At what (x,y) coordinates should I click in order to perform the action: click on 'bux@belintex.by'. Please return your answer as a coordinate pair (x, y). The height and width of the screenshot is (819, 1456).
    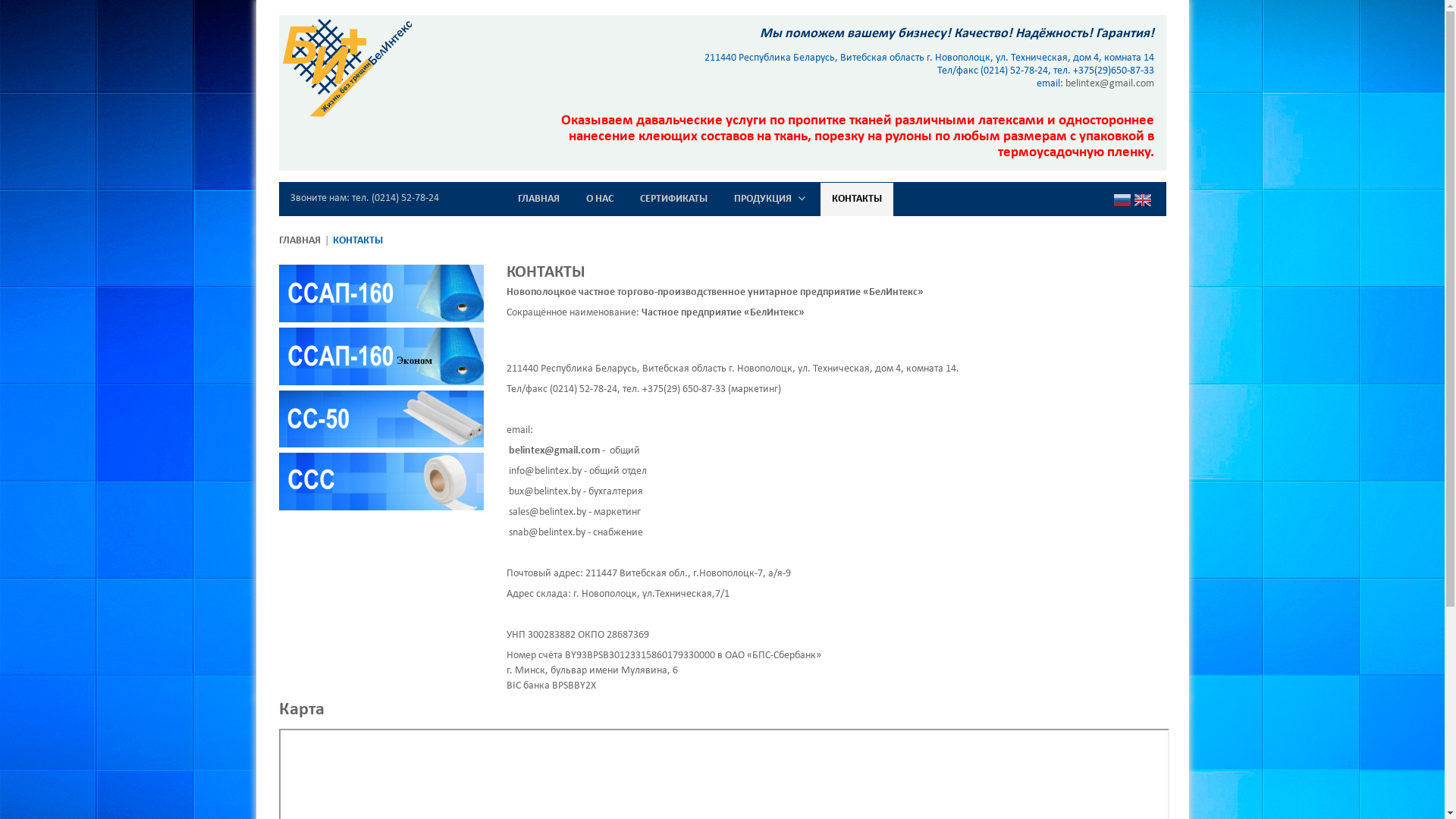
    Looking at the image, I should click on (544, 491).